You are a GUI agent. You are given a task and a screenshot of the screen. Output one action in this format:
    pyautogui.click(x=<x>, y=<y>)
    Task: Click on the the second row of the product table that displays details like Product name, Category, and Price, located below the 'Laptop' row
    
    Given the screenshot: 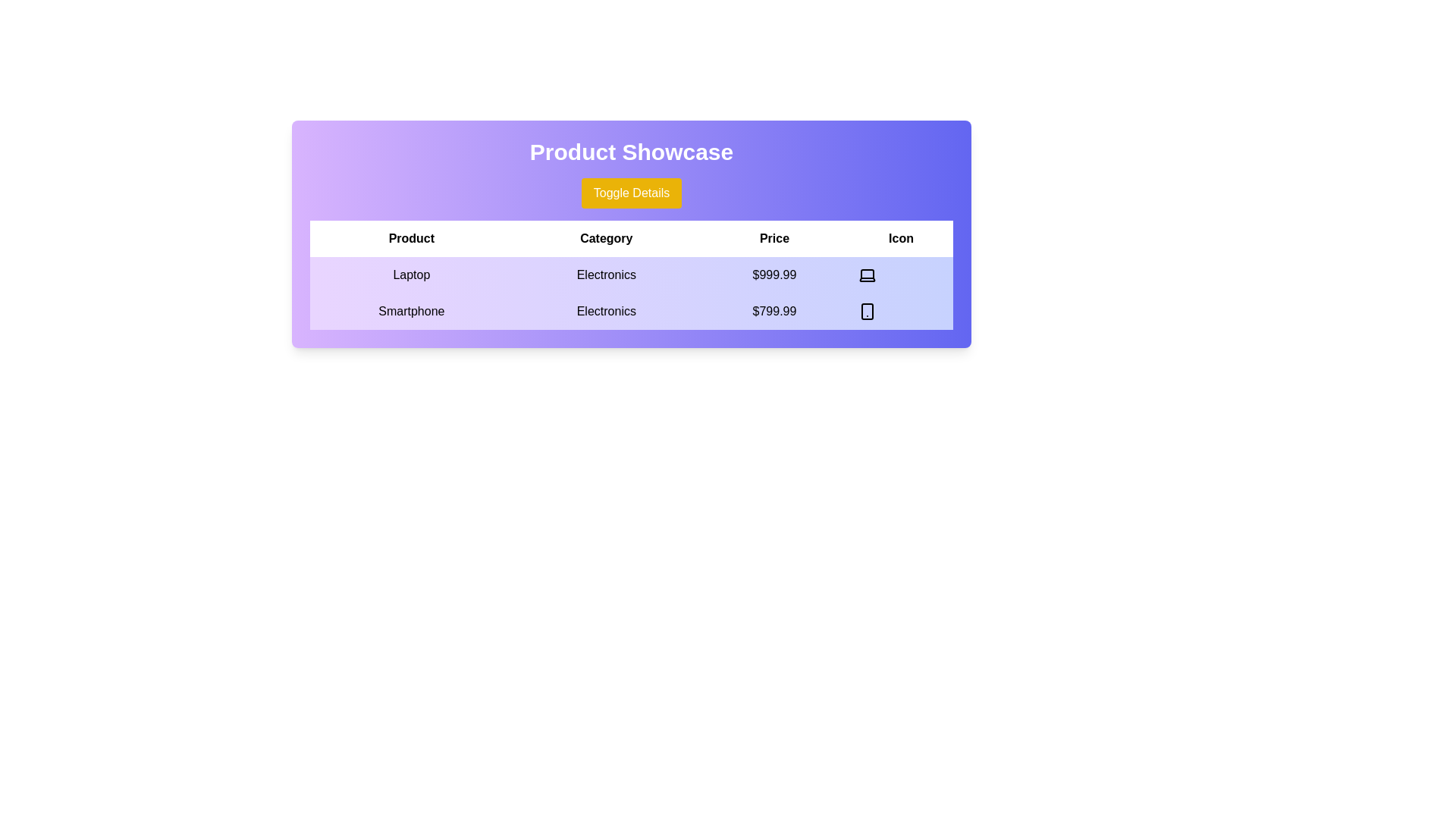 What is the action you would take?
    pyautogui.click(x=632, y=311)
    